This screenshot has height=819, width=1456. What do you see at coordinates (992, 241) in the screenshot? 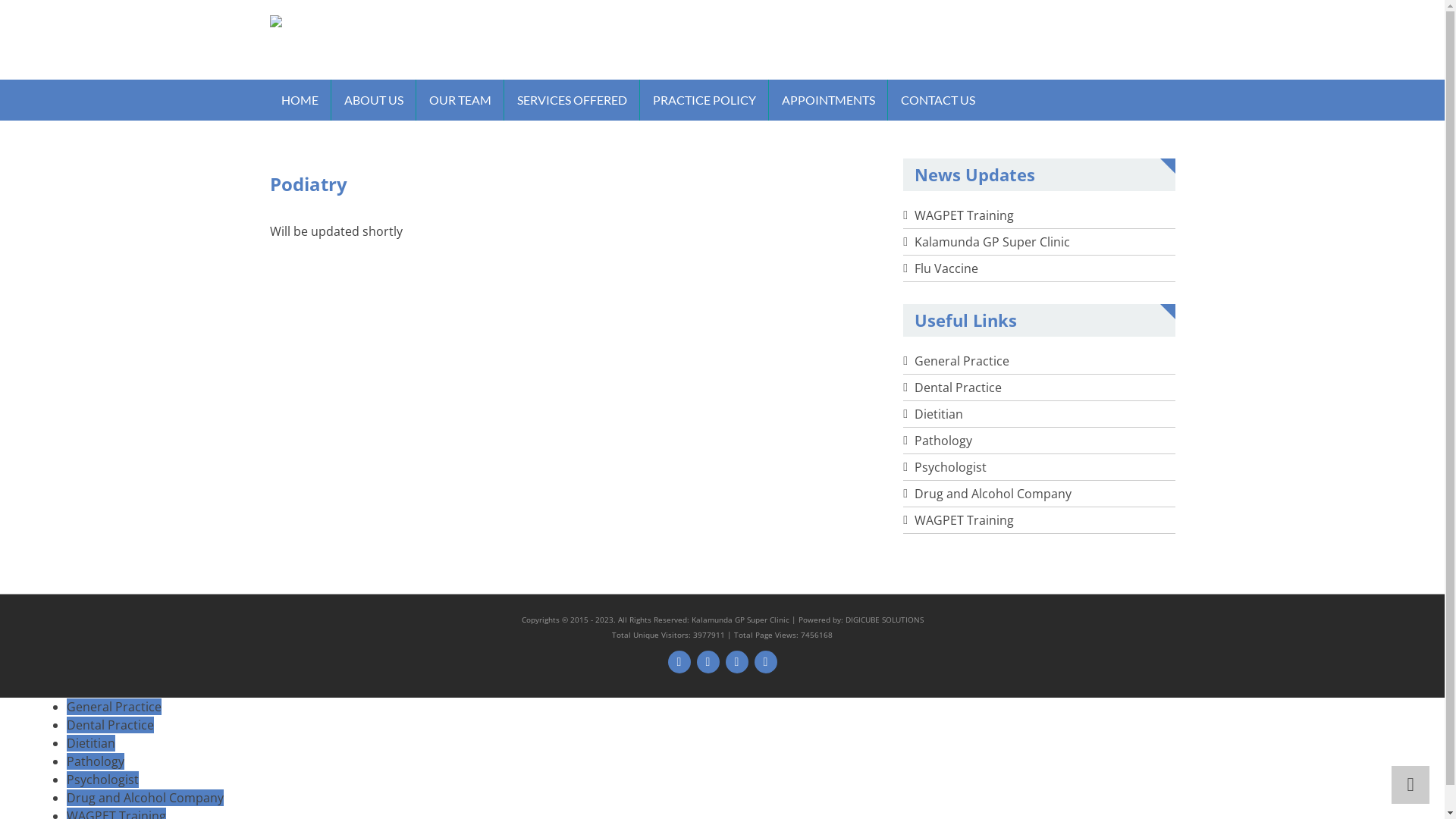
I see `'Kalamunda GP Super Clinic'` at bounding box center [992, 241].